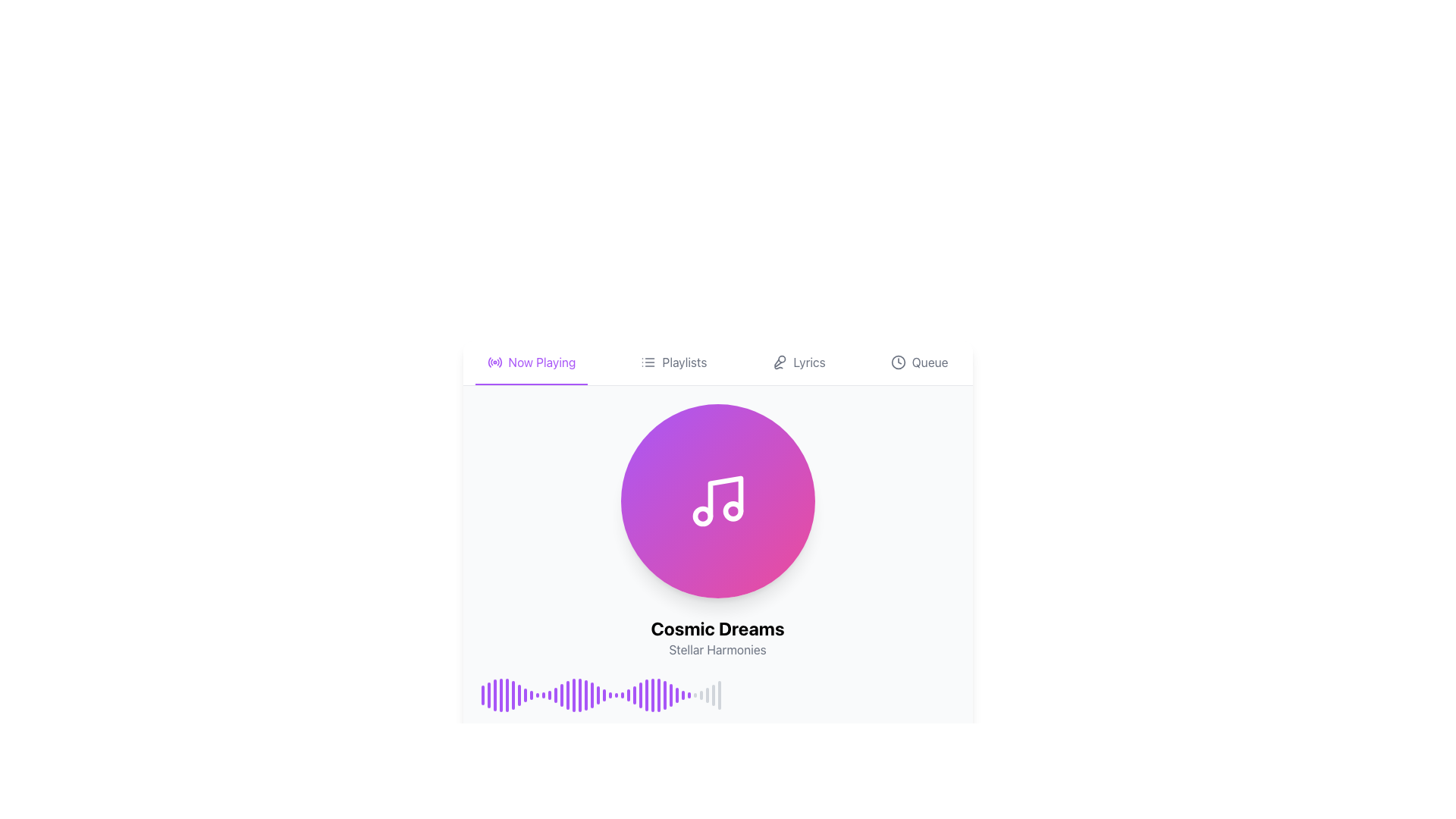  Describe the element at coordinates (717, 780) in the screenshot. I see `the decorative bar positioned at the bottom of the interface, which is styled to match the application theme and is centrally aligned` at that location.